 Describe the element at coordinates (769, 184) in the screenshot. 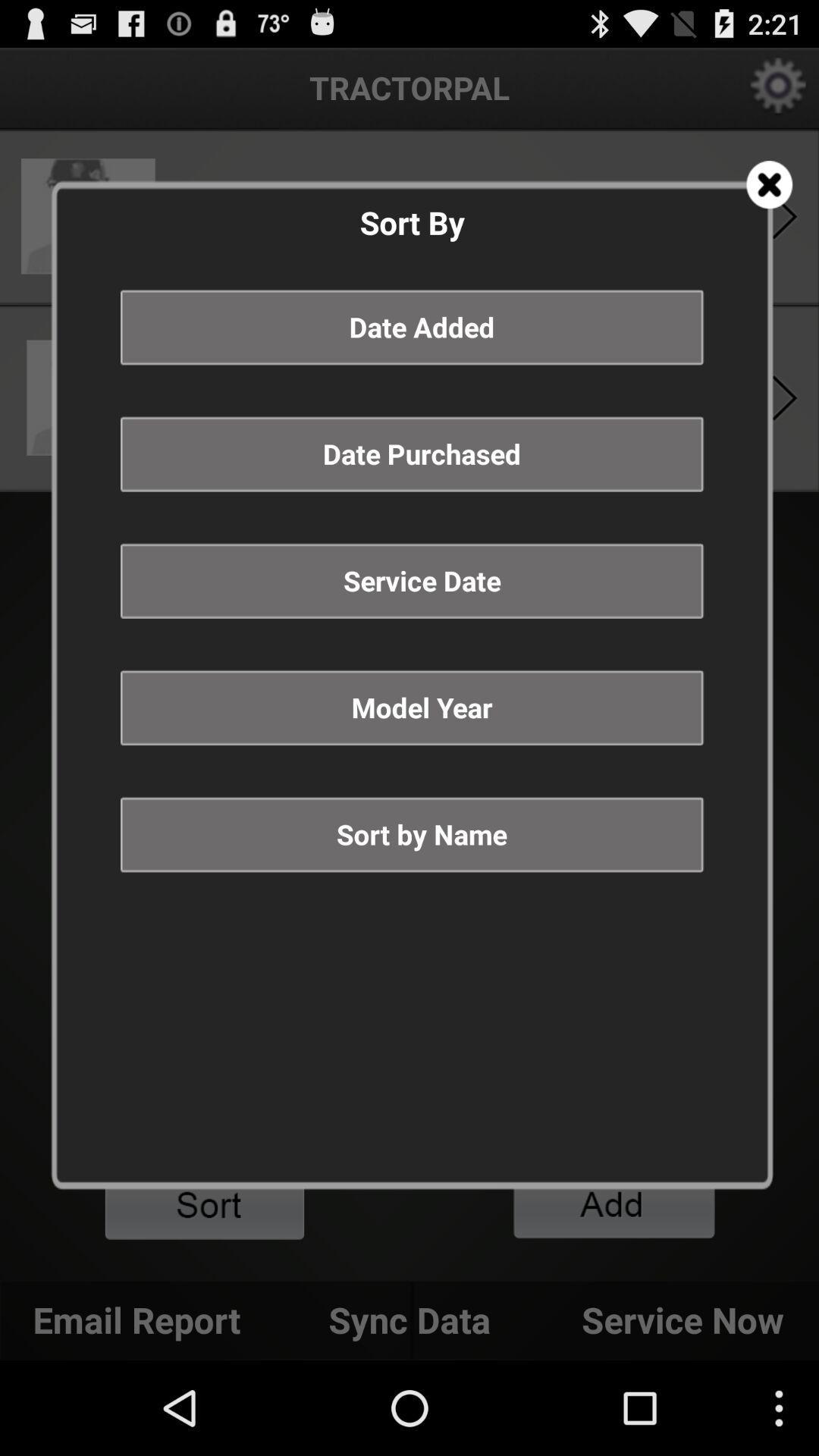

I see `the app next to sort by icon` at that location.